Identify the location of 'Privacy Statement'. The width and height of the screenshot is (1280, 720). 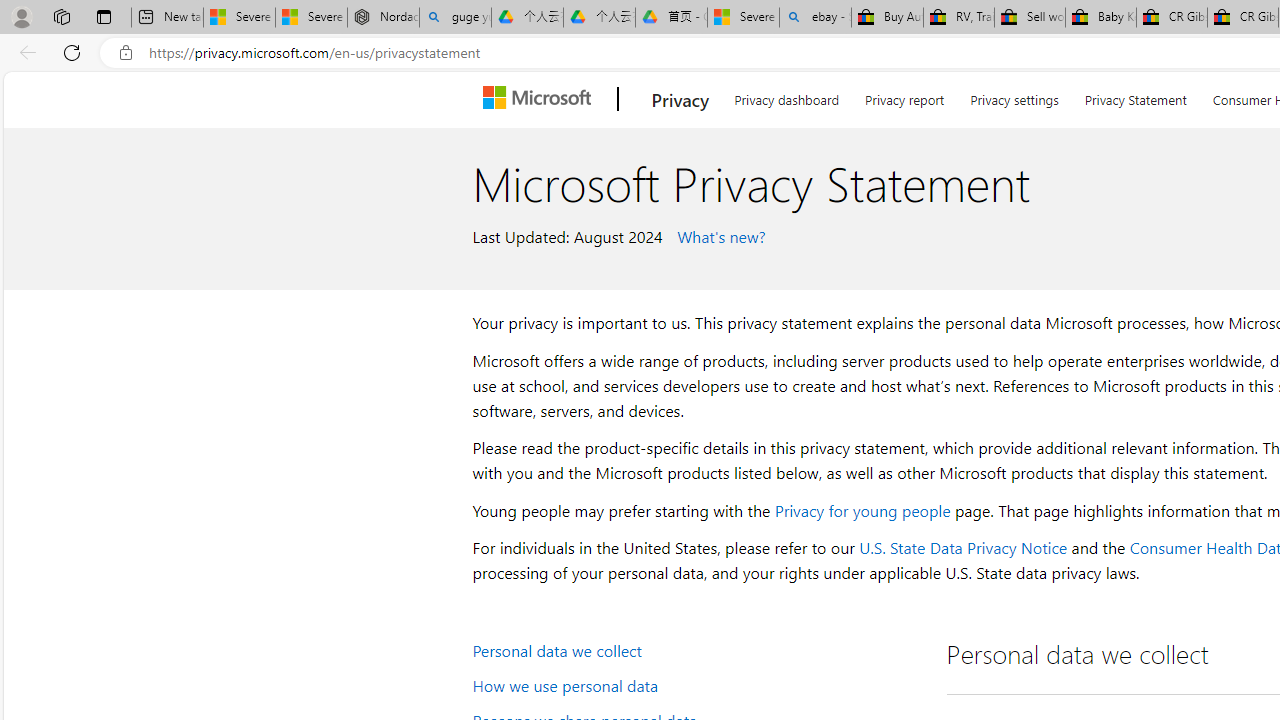
(1135, 96).